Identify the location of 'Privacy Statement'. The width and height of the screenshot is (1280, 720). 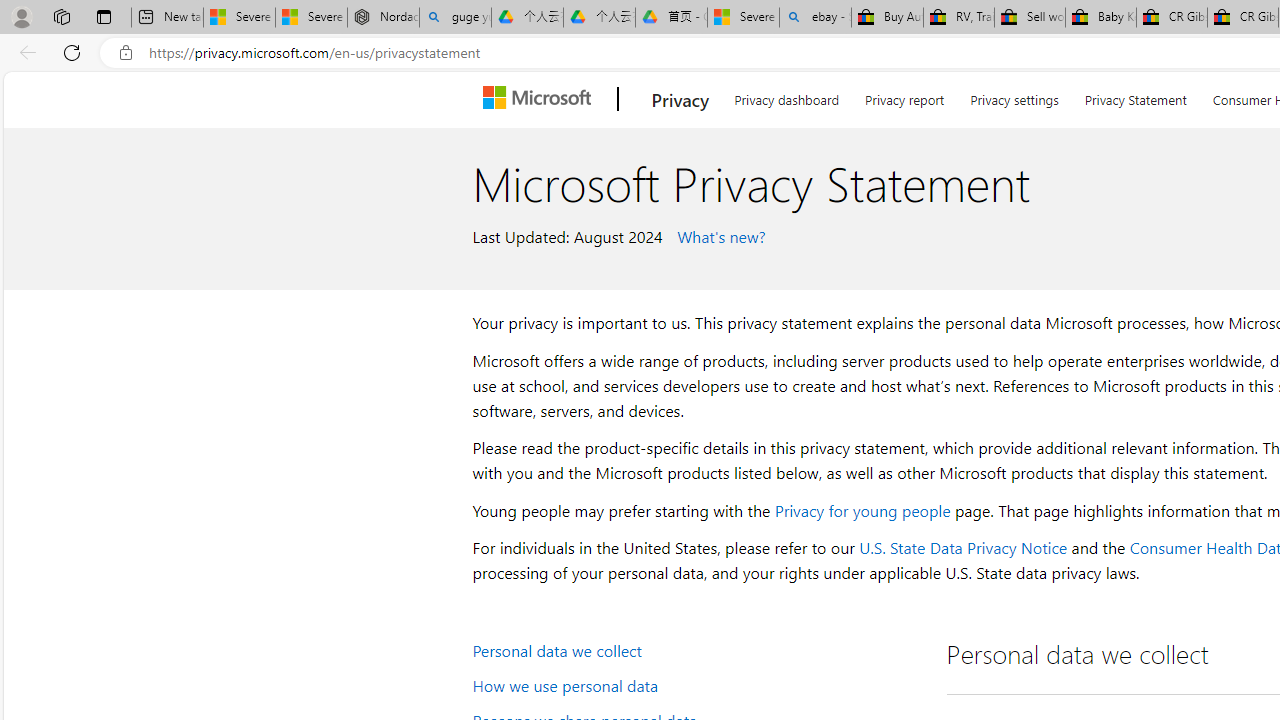
(1135, 96).